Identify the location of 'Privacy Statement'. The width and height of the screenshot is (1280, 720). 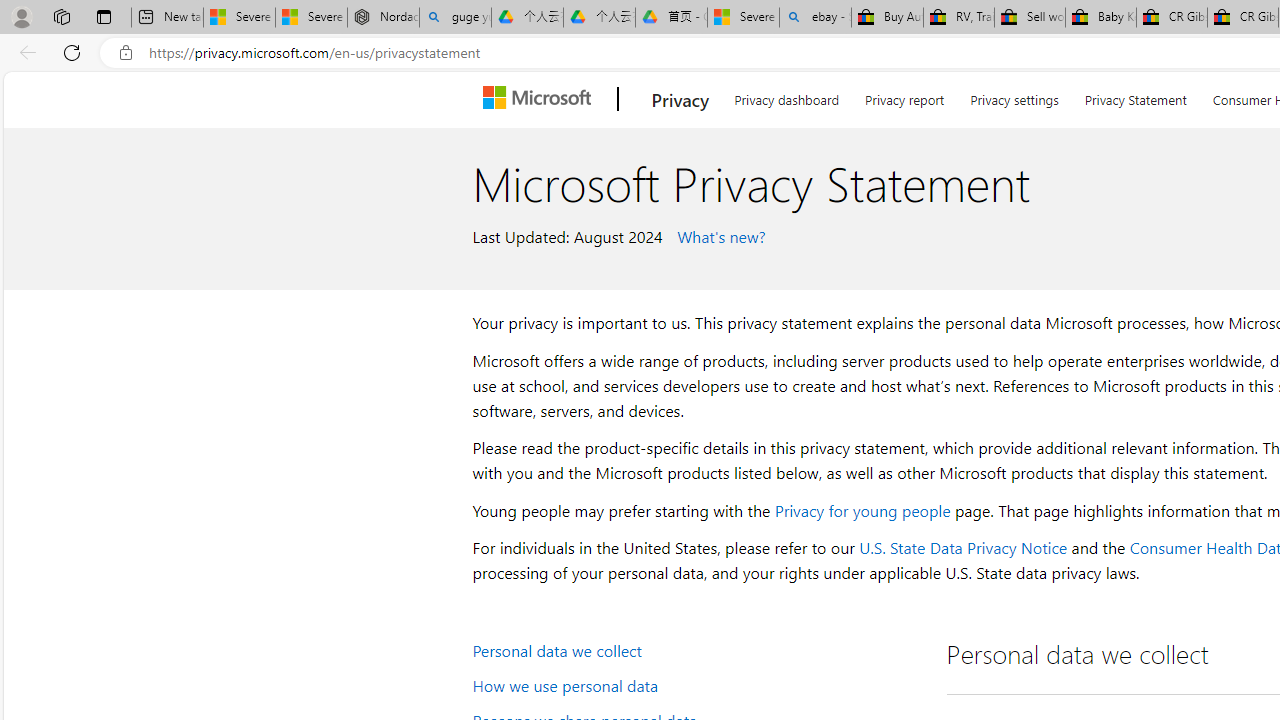
(1135, 96).